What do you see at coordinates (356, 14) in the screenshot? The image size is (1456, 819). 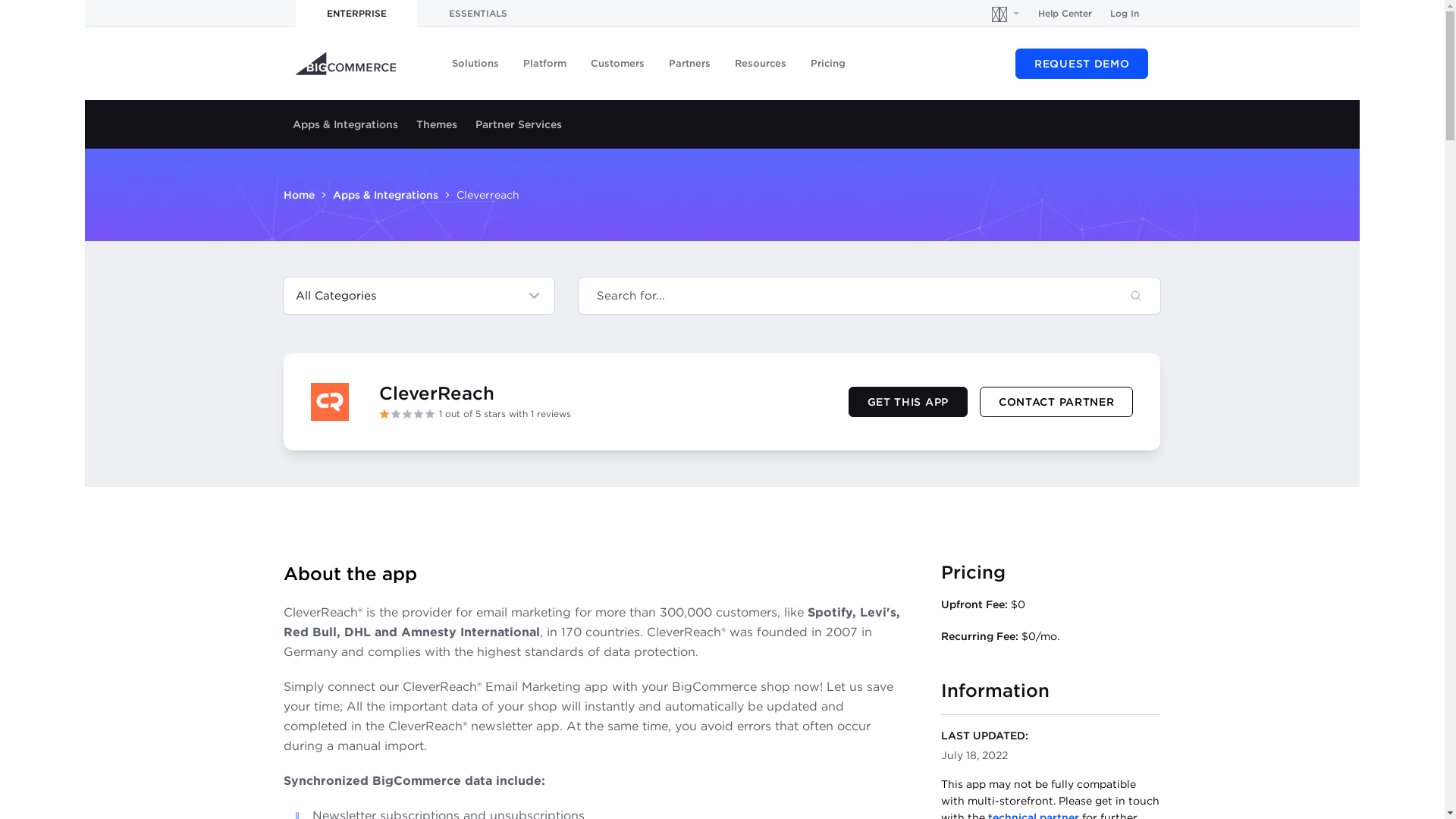 I see `'ENTERPRISE'` at bounding box center [356, 14].